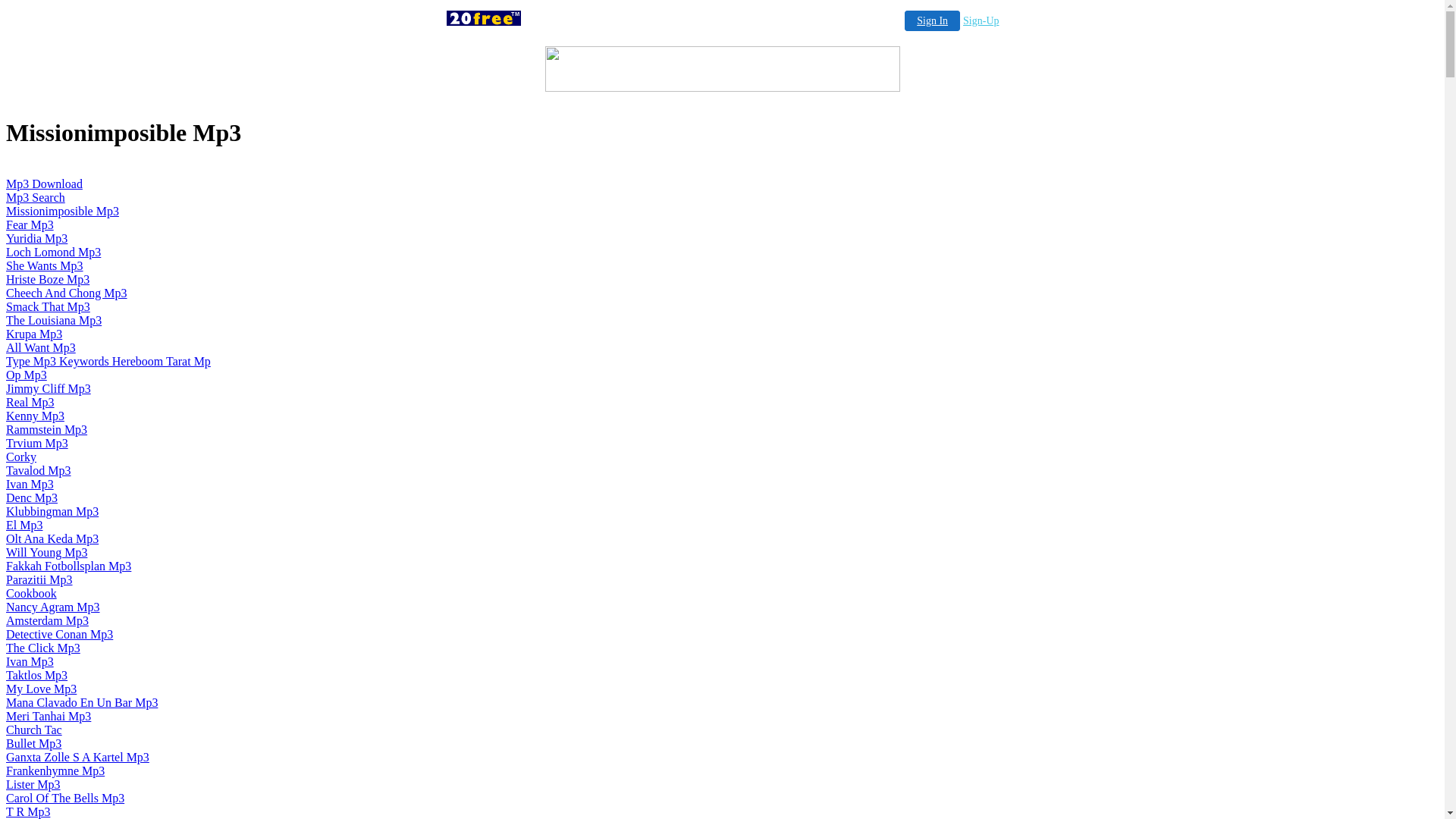 This screenshot has height=819, width=1456. Describe the element at coordinates (931, 20) in the screenshot. I see `'Sign In'` at that location.